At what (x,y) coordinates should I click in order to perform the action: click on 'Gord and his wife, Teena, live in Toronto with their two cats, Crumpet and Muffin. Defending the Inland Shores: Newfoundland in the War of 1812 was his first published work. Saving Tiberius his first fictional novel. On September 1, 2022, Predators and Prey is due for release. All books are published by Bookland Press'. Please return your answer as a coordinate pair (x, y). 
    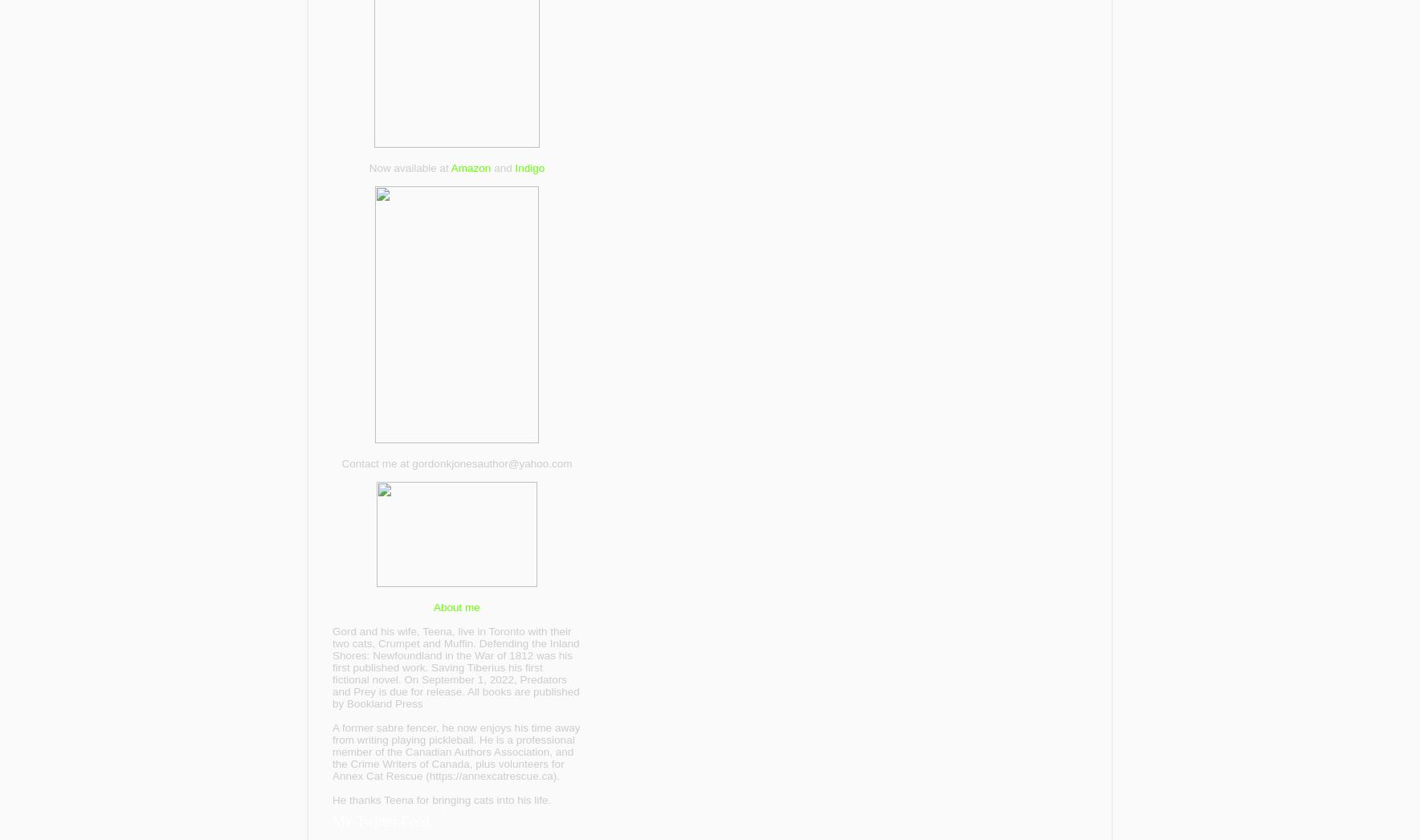
    Looking at the image, I should click on (455, 667).